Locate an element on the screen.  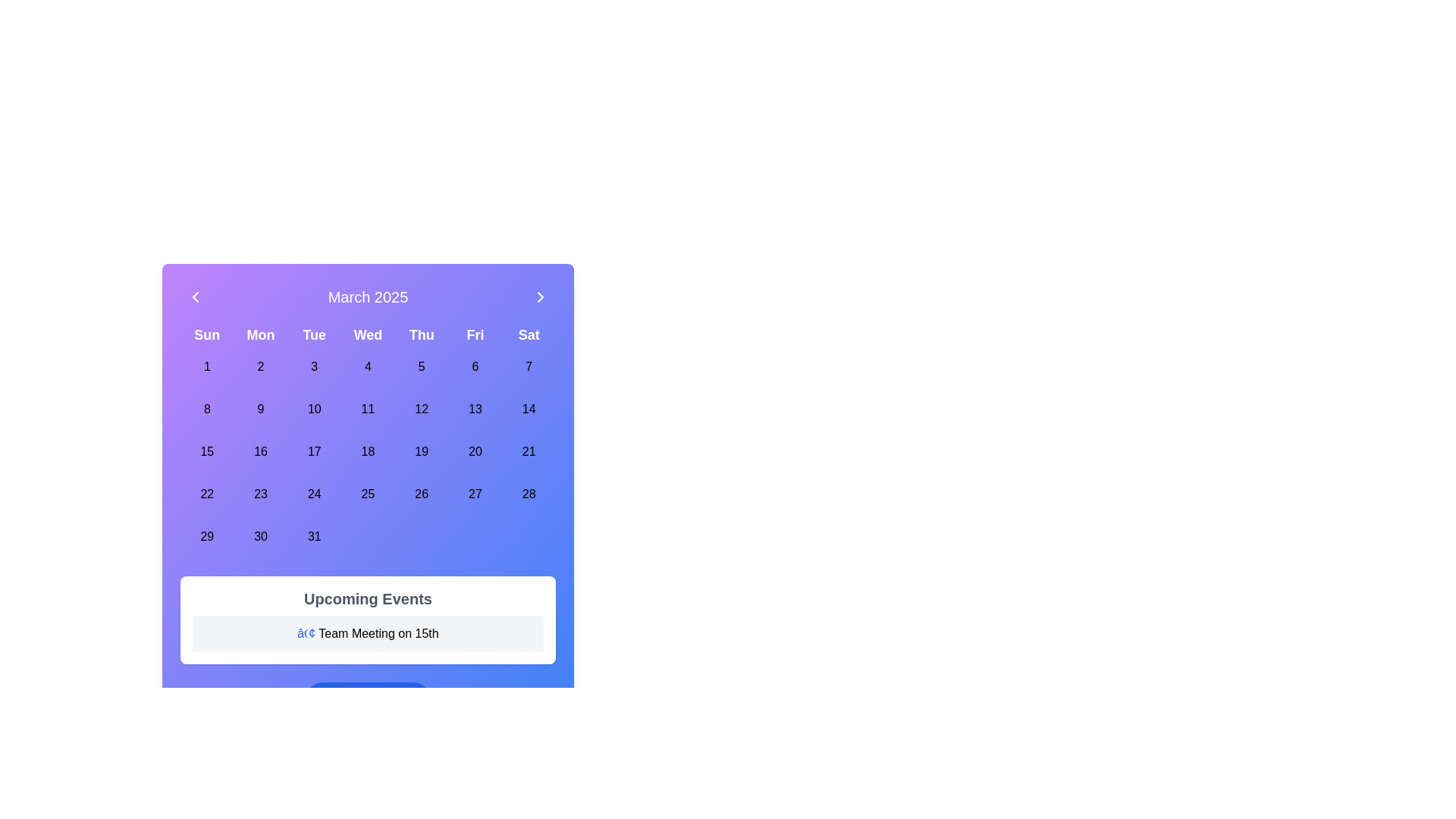
the button that allows users to select the specific day of '19' in the fifth row and fourth column of the calendar interface is located at coordinates (422, 451).